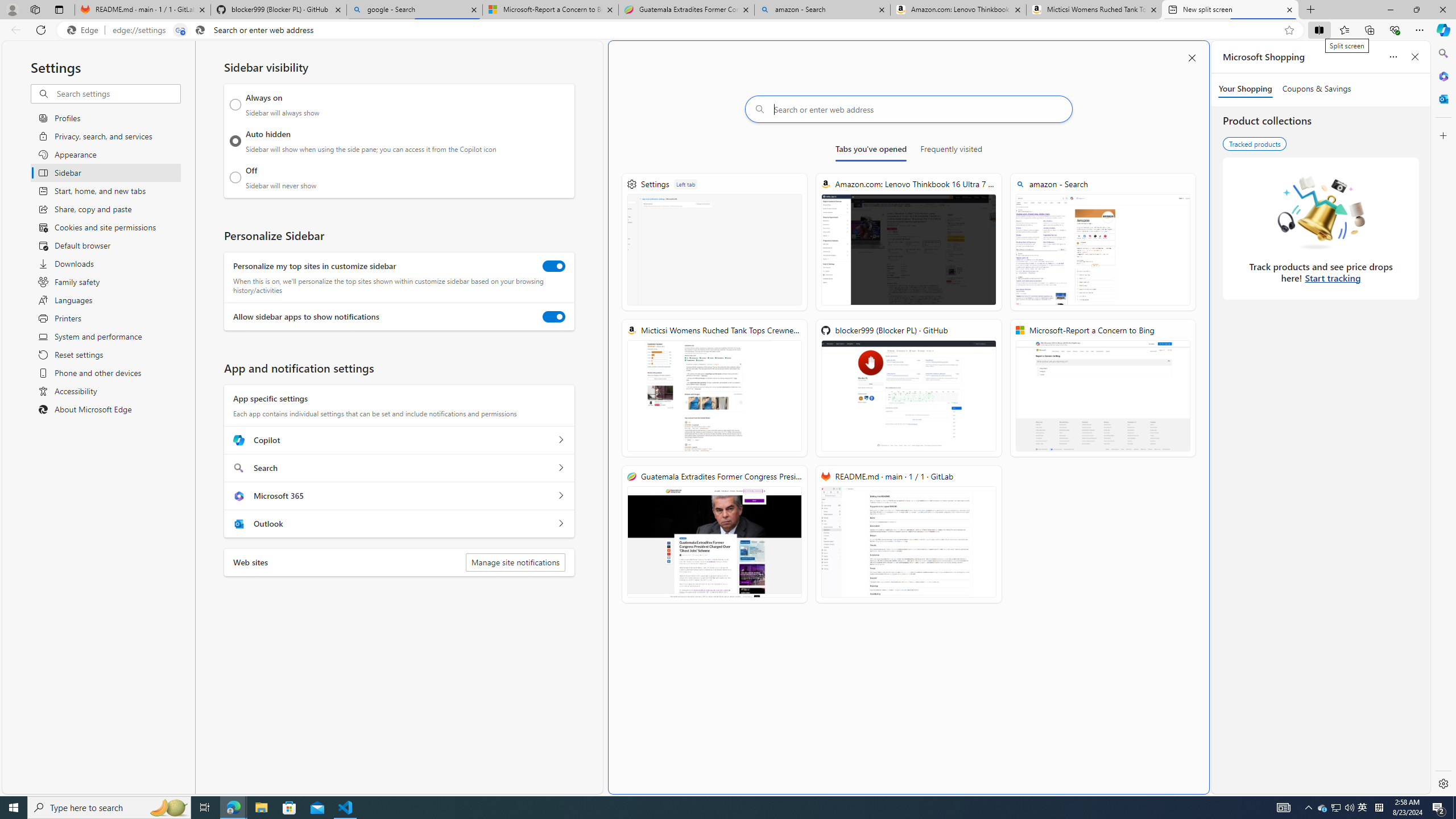 This screenshot has height=819, width=1456. Describe the element at coordinates (235, 177) in the screenshot. I see `'Off Sidebar will never show'` at that location.